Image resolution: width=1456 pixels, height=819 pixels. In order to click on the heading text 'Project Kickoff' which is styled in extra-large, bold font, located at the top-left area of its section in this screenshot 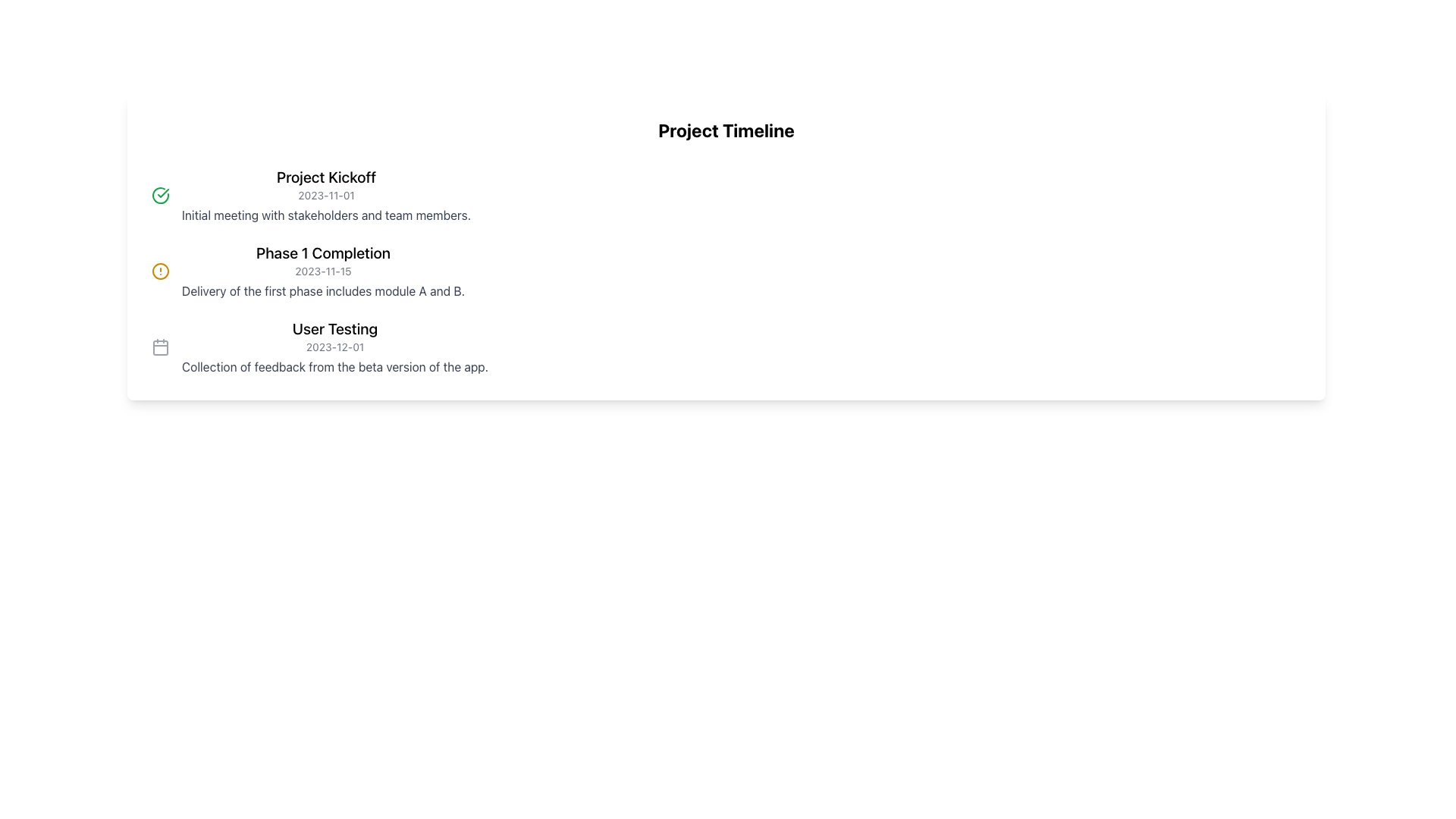, I will do `click(325, 177)`.